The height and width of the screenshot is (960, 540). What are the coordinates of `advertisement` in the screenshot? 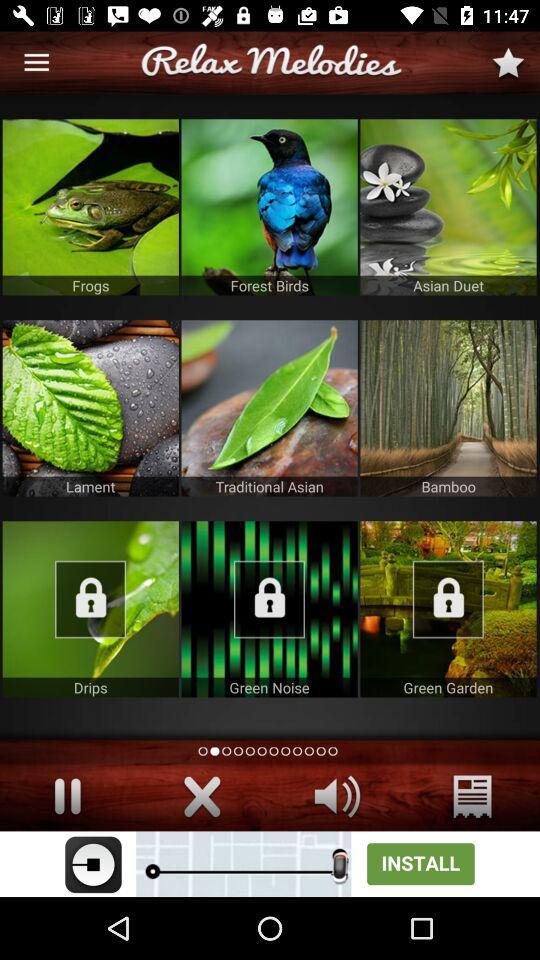 It's located at (89, 407).